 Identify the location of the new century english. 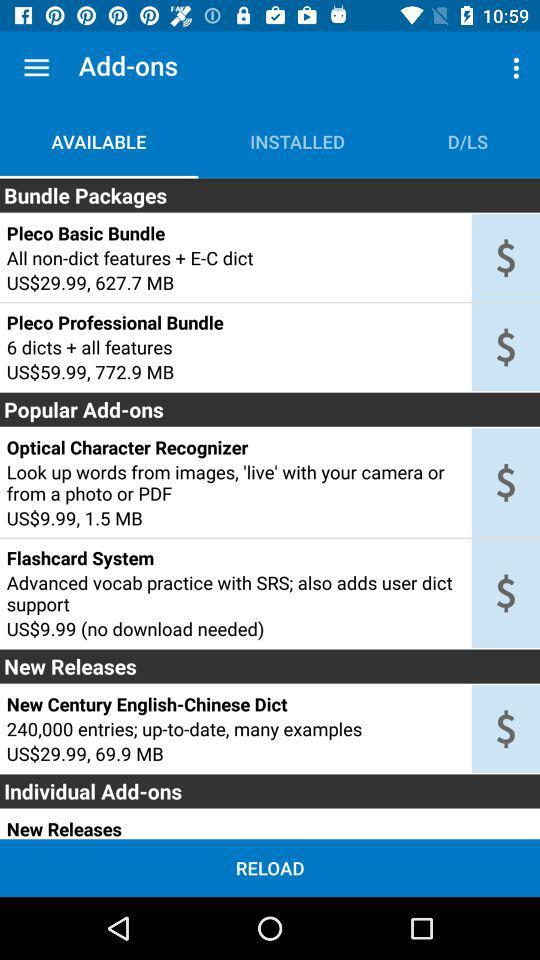
(234, 704).